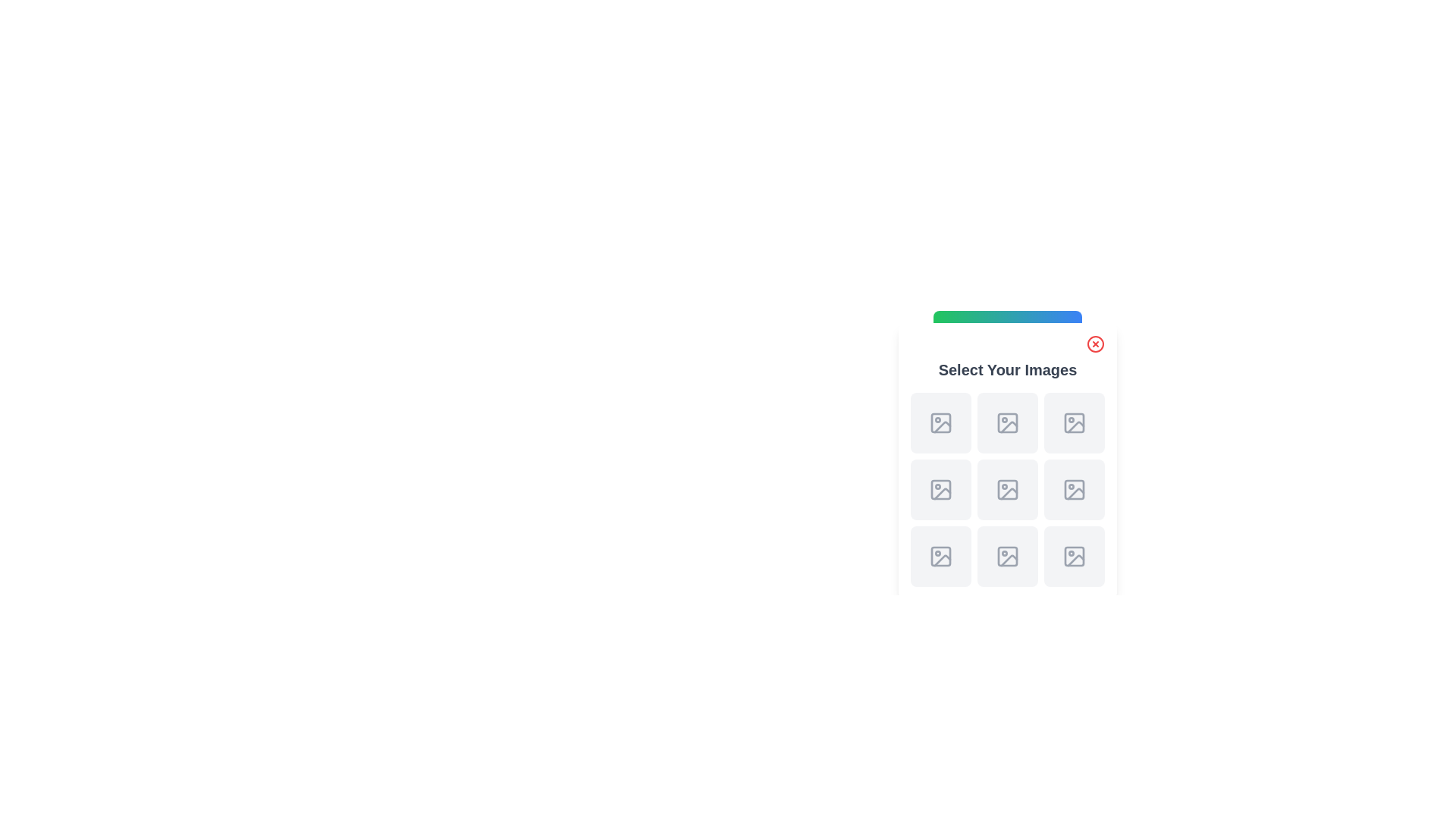  I want to click on the graphical placeholder icon in the bottom-right cell of the 3x3 grid labeled 'Select Your Images', so click(940, 556).